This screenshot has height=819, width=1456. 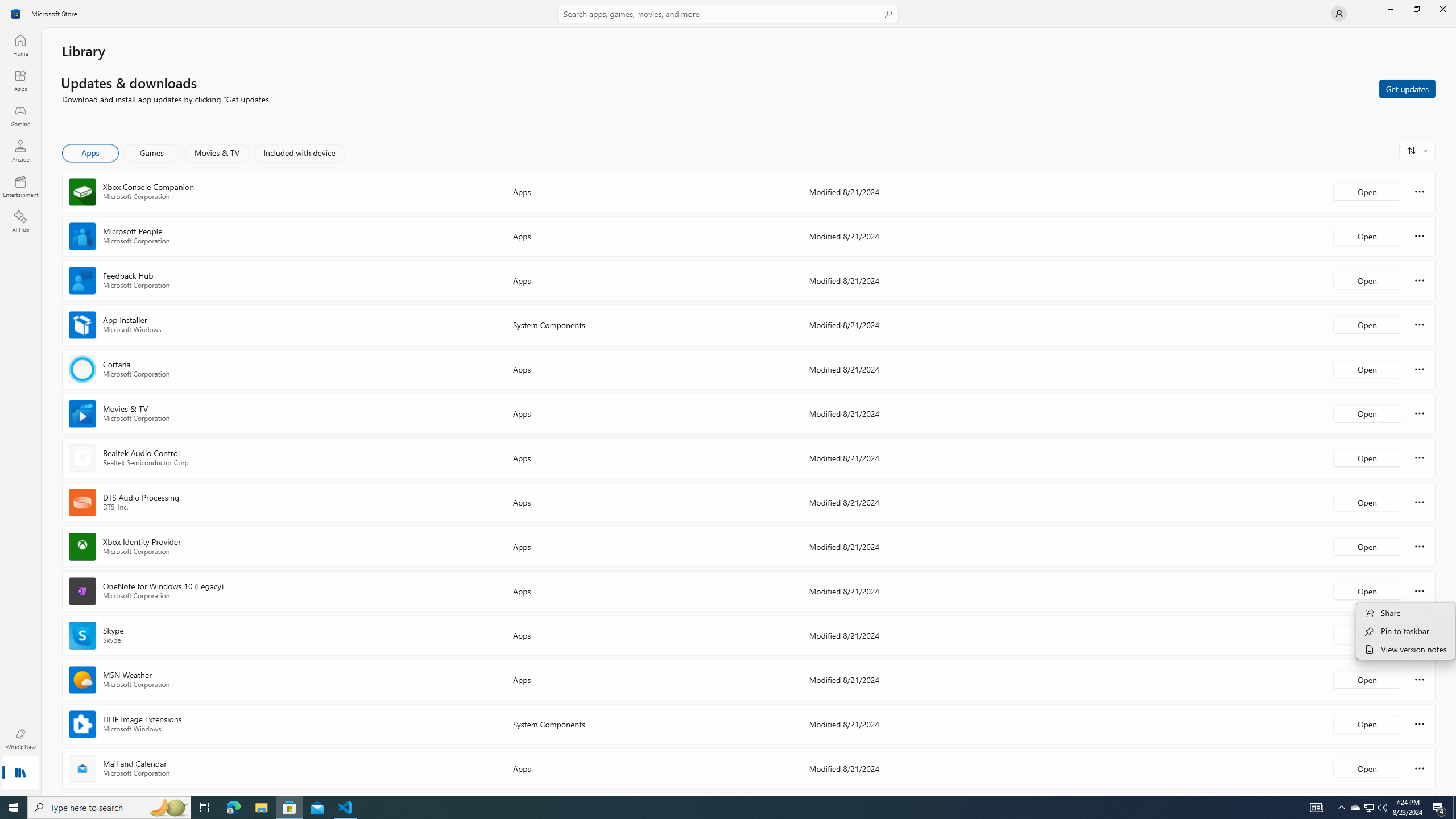 I want to click on 'Close Microsoft Store', so click(x=1442, y=9).